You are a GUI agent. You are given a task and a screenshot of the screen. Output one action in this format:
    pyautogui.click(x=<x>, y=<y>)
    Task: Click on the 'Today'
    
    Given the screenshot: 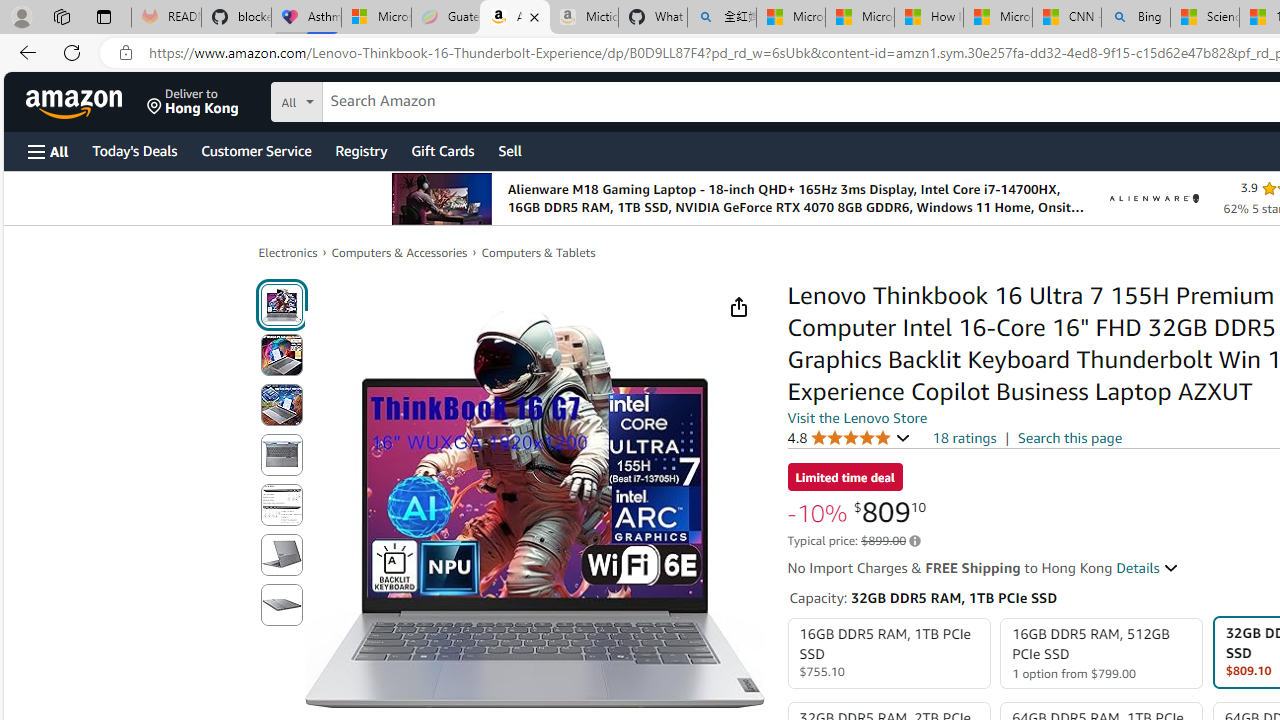 What is the action you would take?
    pyautogui.click(x=133, y=149)
    